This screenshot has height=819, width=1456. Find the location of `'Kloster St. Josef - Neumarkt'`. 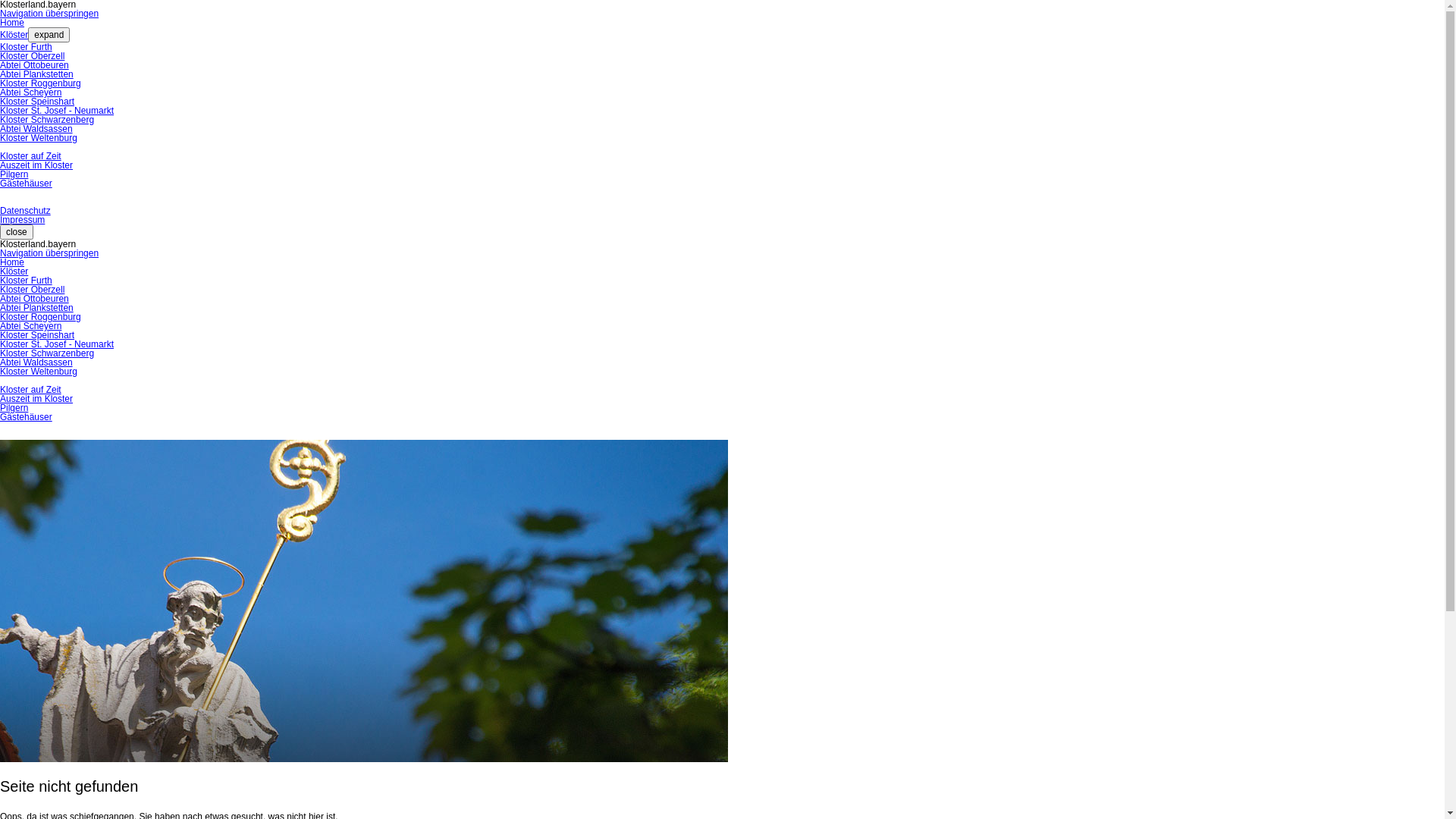

'Kloster St. Josef - Neumarkt' is located at coordinates (57, 110).